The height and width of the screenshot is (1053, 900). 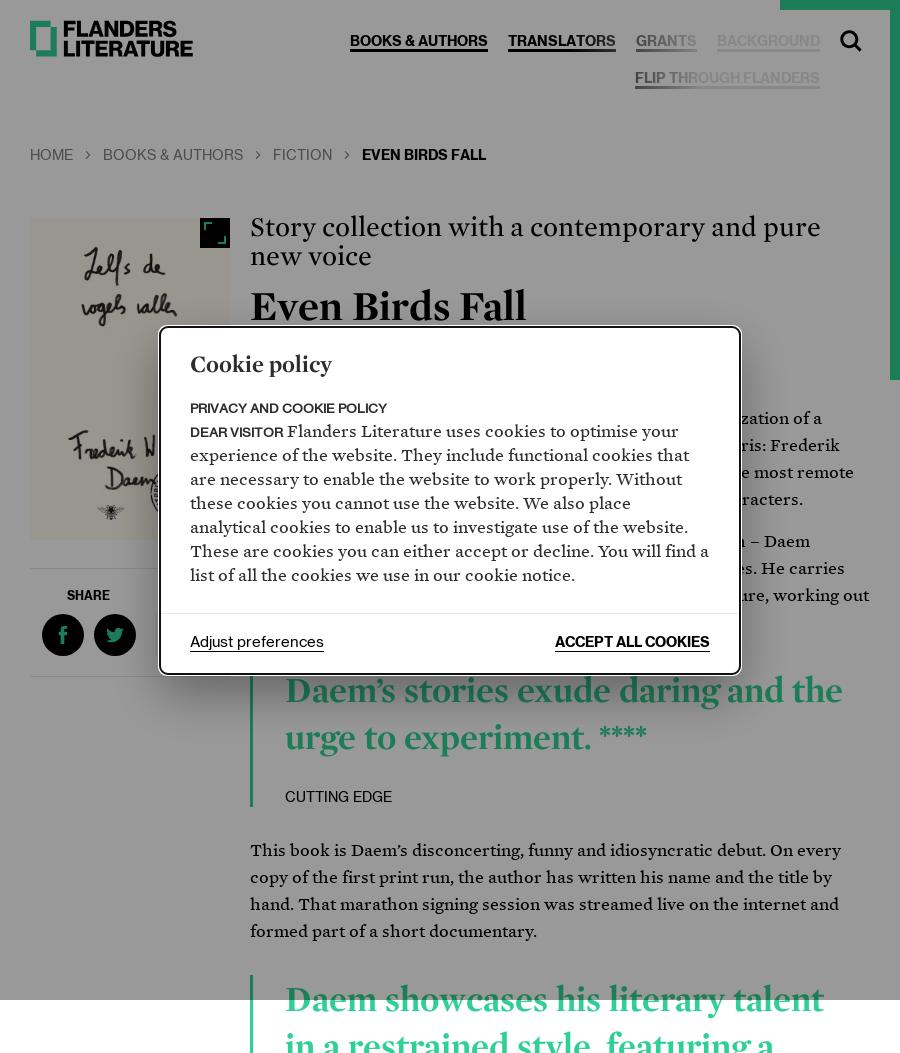 What do you see at coordinates (767, 42) in the screenshot?
I see `'Background'` at bounding box center [767, 42].